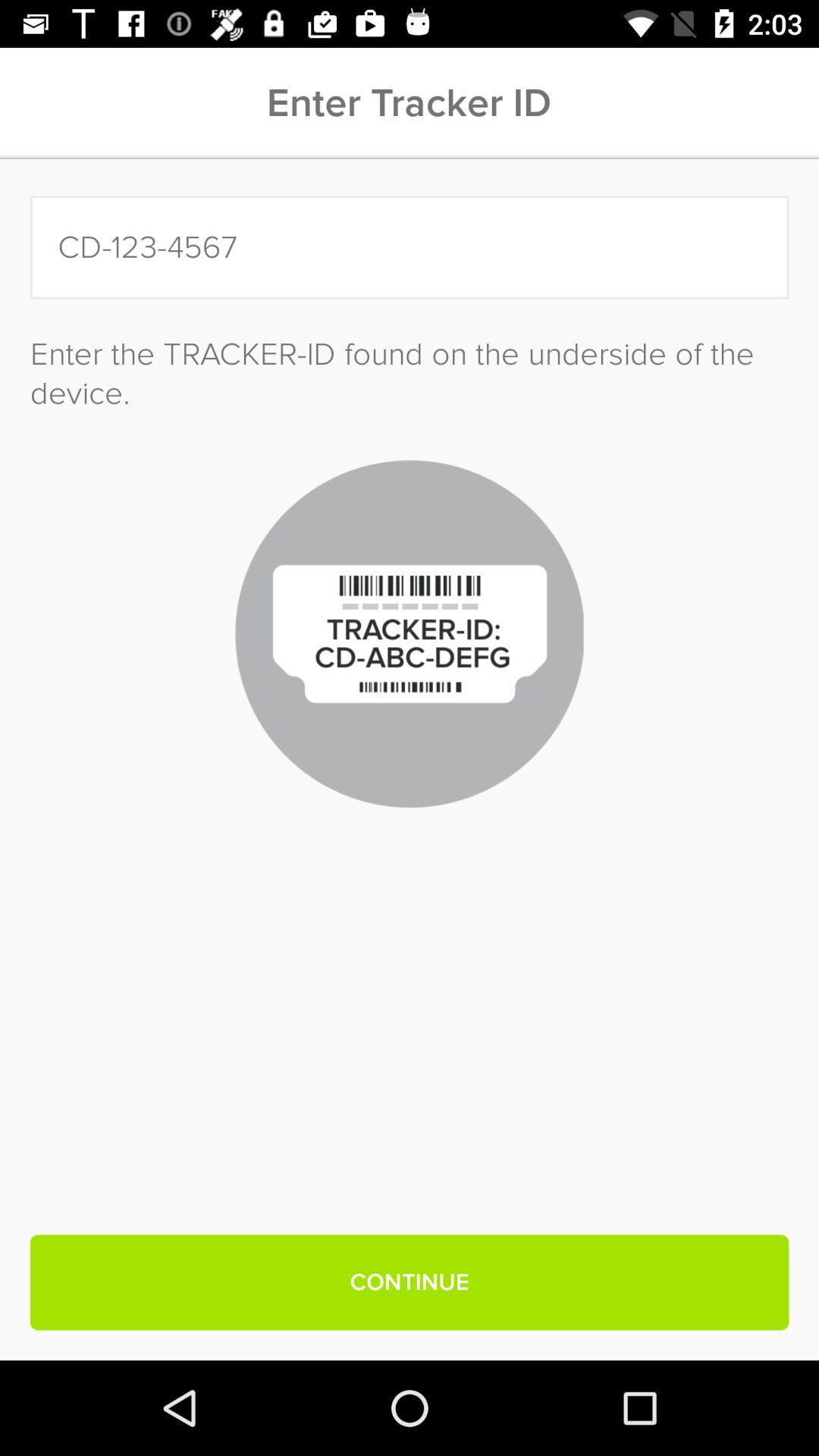 This screenshot has height=1456, width=819. Describe the element at coordinates (409, 1282) in the screenshot. I see `continue icon` at that location.